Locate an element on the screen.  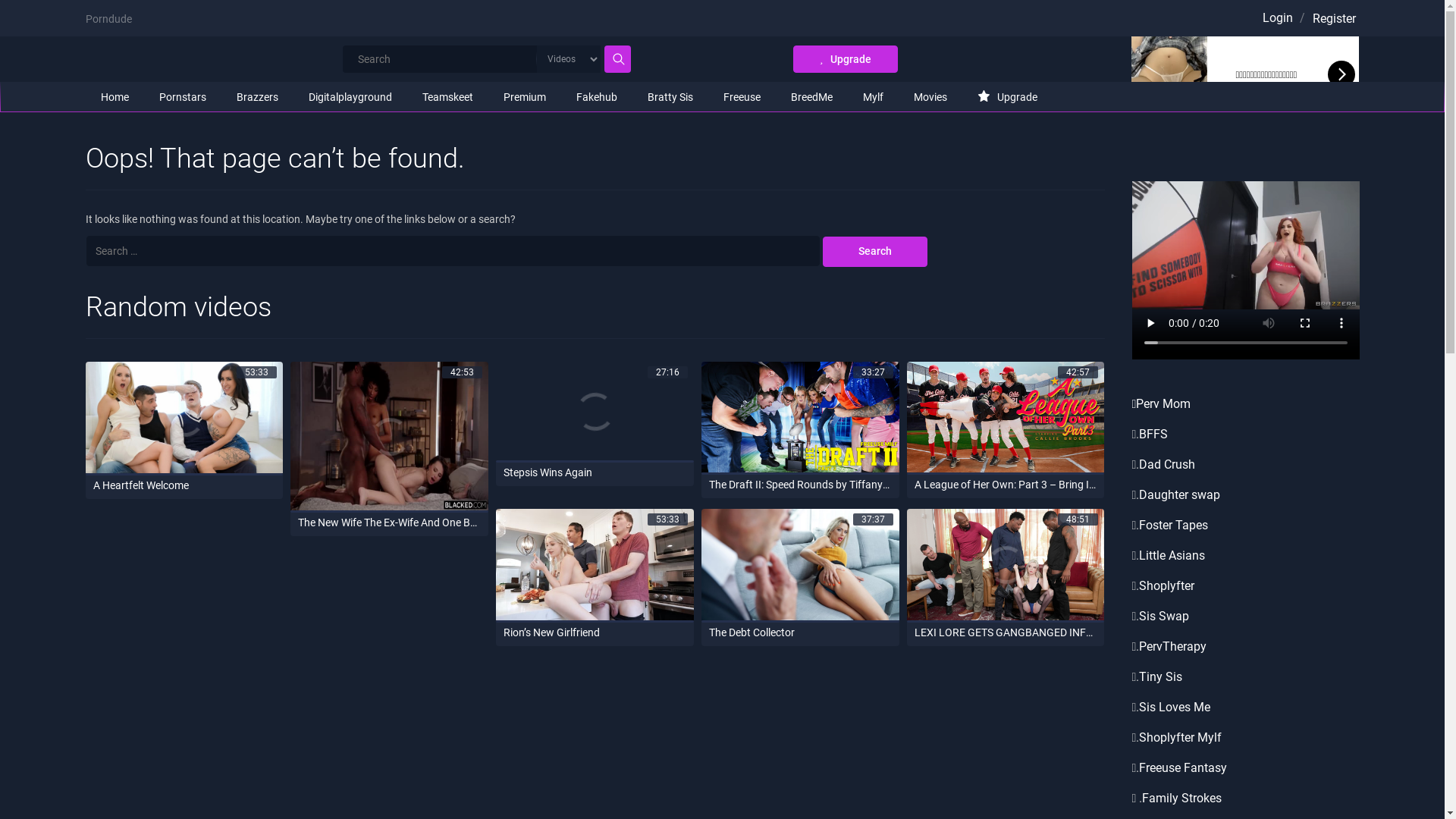
'Mylf' is located at coordinates (873, 96).